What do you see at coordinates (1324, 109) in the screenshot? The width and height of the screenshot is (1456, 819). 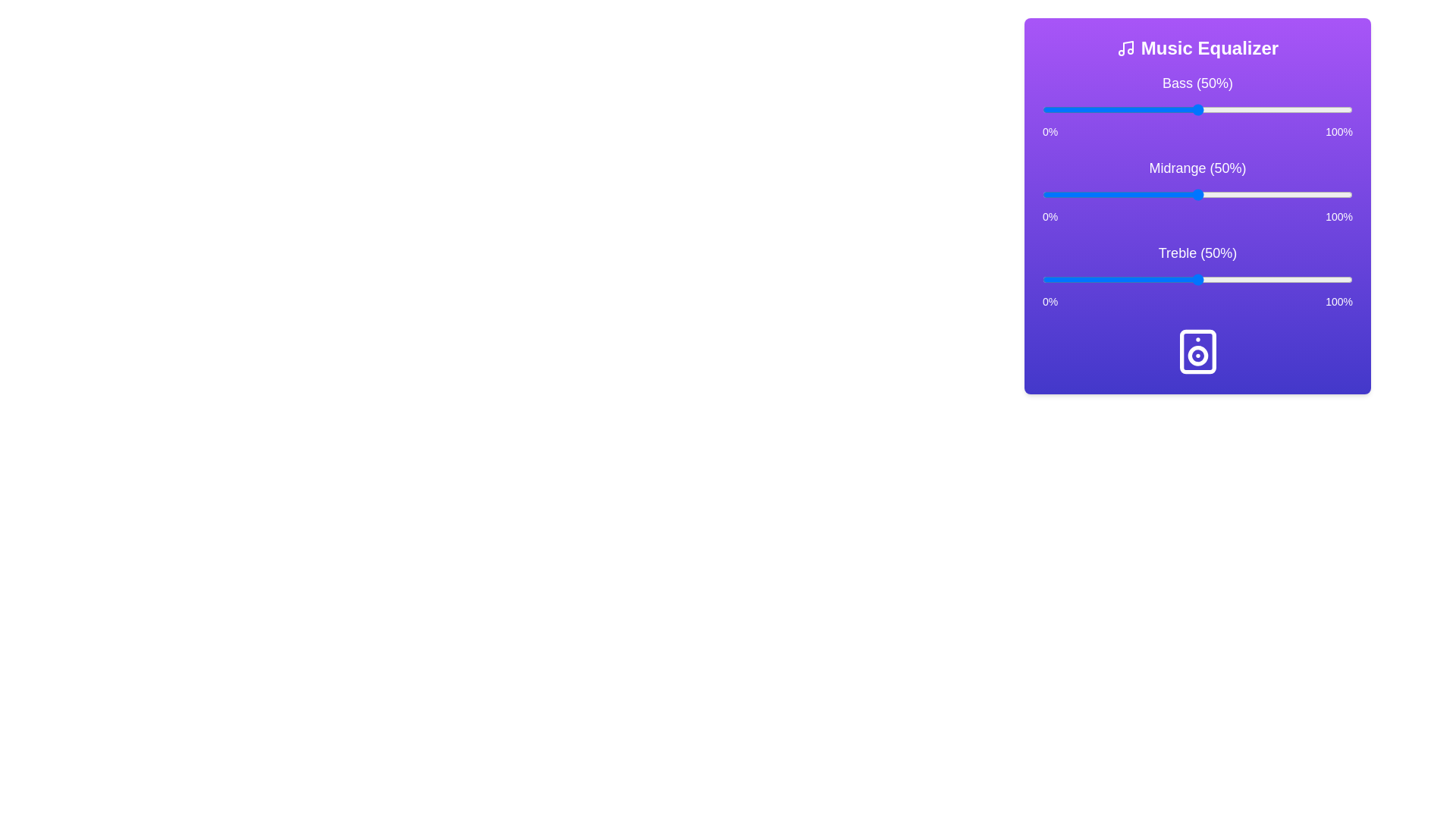 I see `the bass slider to 91%` at bounding box center [1324, 109].